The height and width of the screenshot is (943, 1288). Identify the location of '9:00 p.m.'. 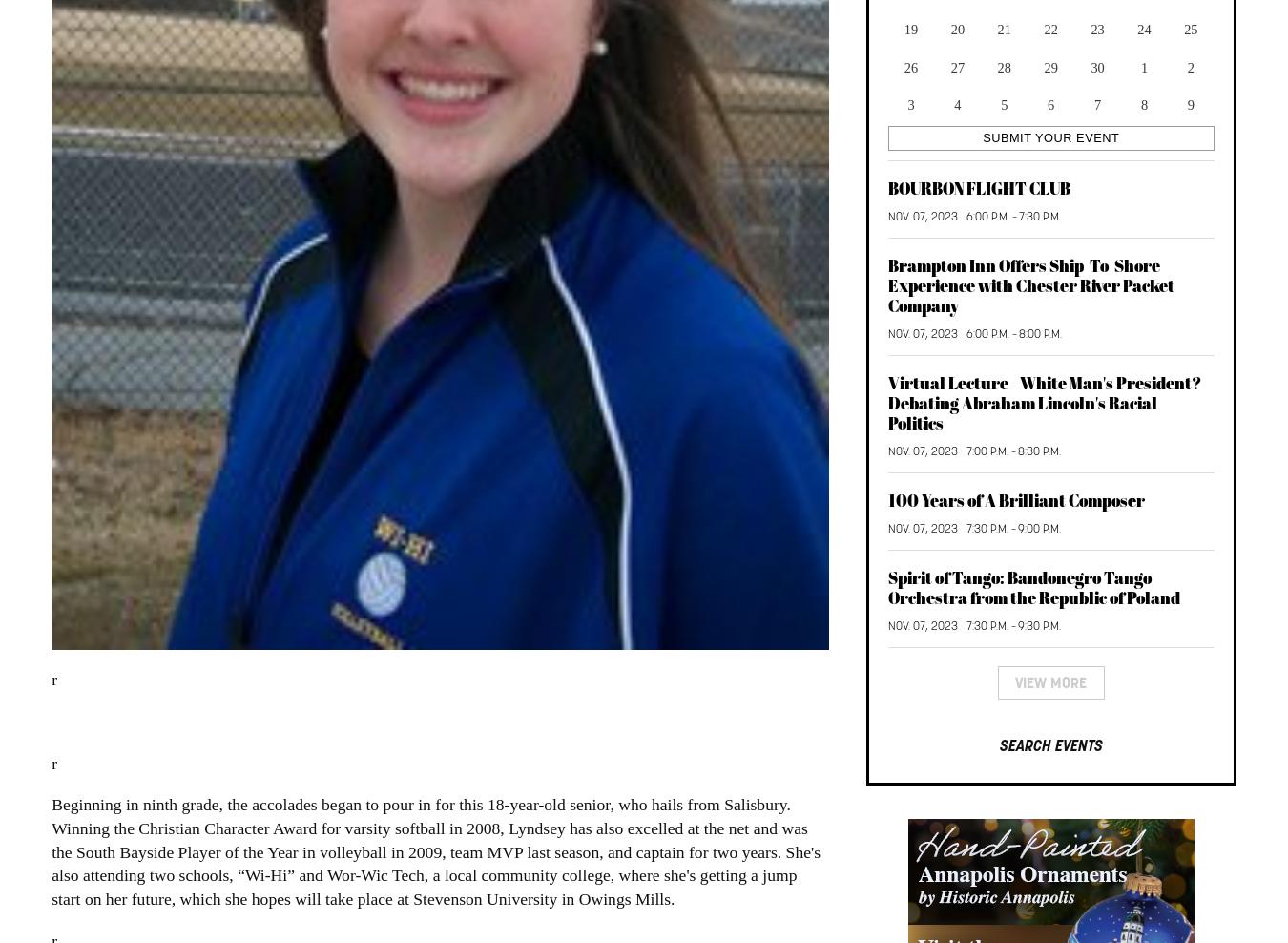
(1038, 527).